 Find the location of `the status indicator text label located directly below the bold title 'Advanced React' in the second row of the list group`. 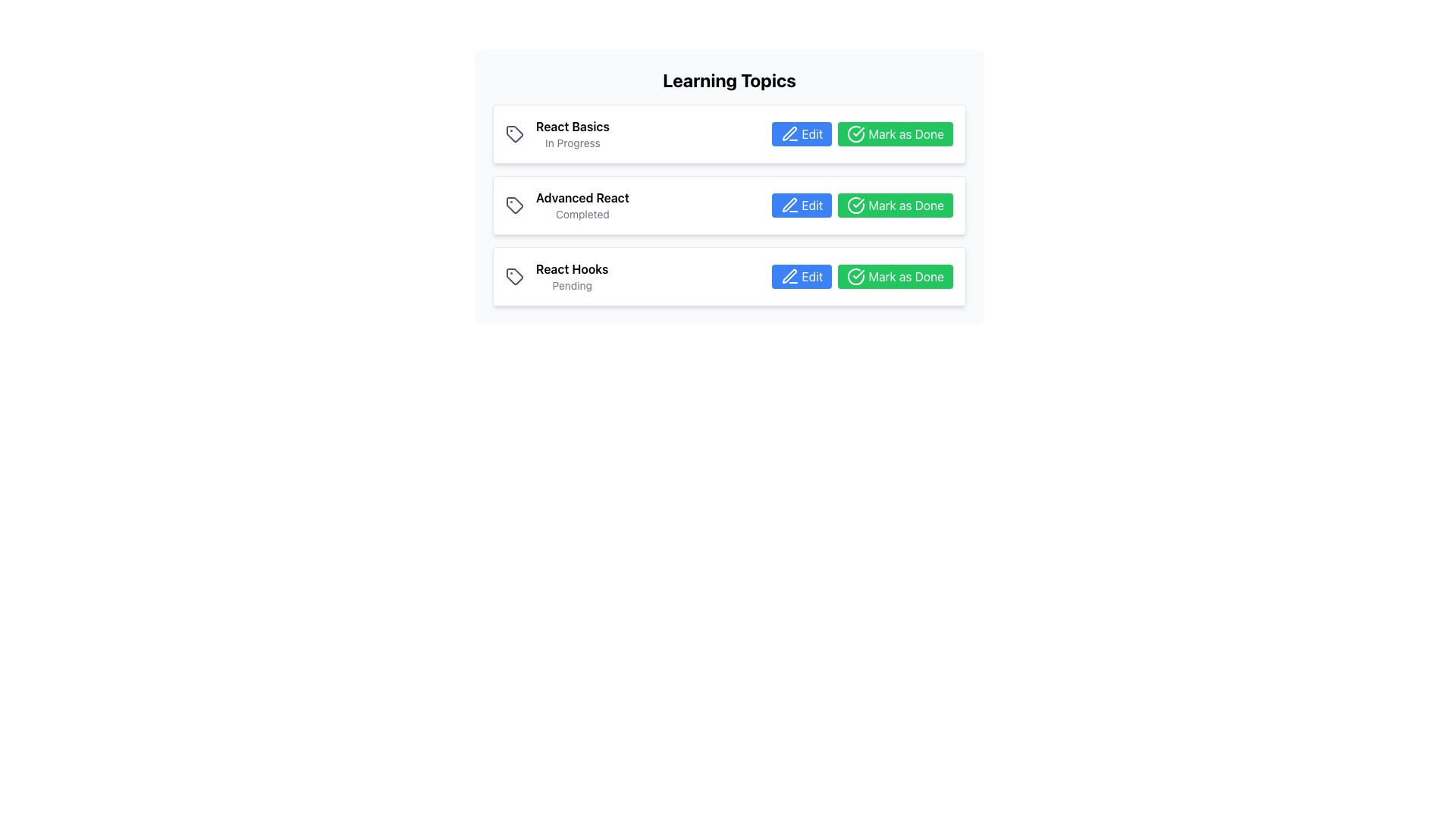

the status indicator text label located directly below the bold title 'Advanced React' in the second row of the list group is located at coordinates (582, 214).